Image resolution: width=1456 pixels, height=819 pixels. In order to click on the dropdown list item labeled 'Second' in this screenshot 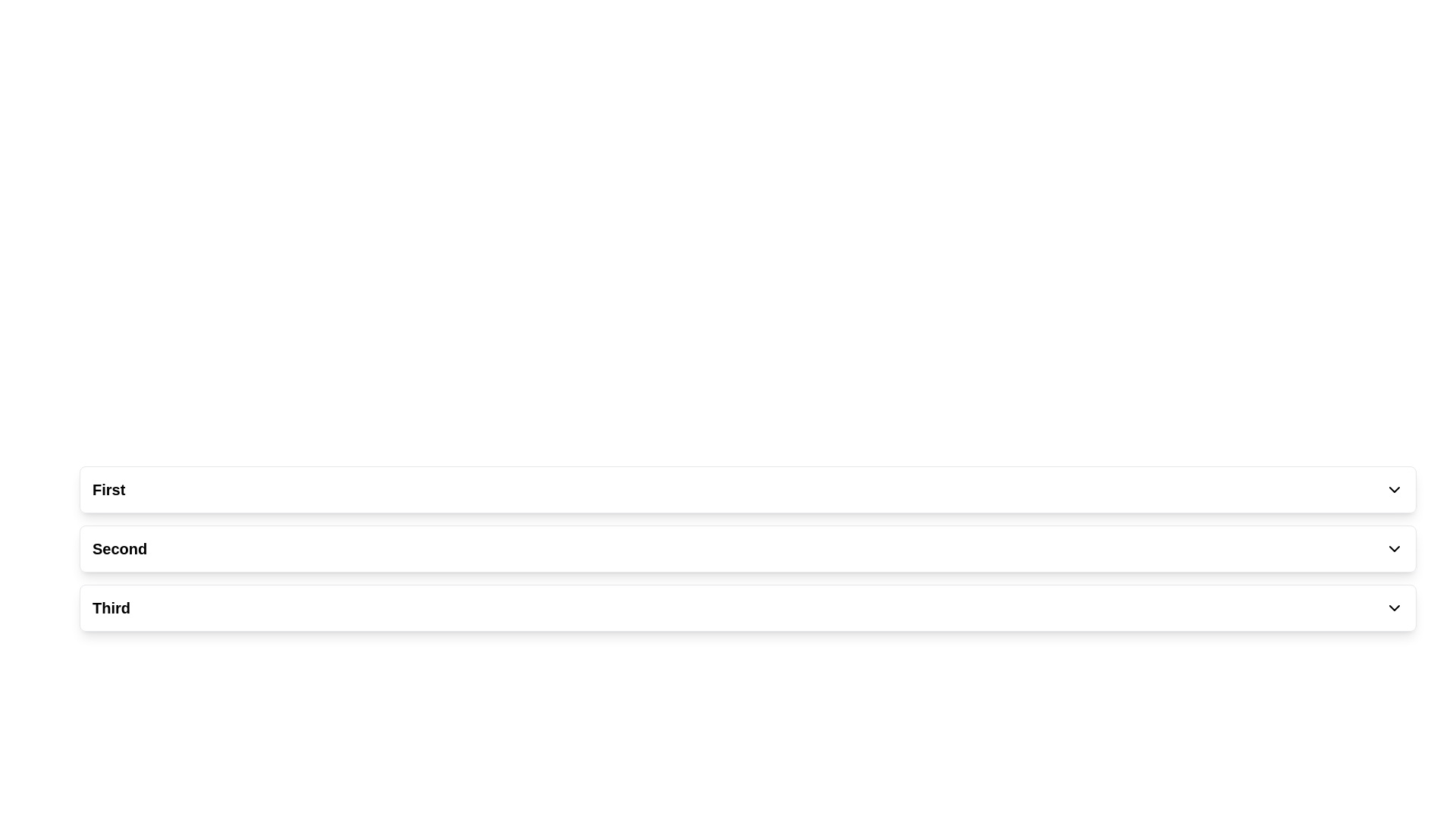, I will do `click(748, 549)`.